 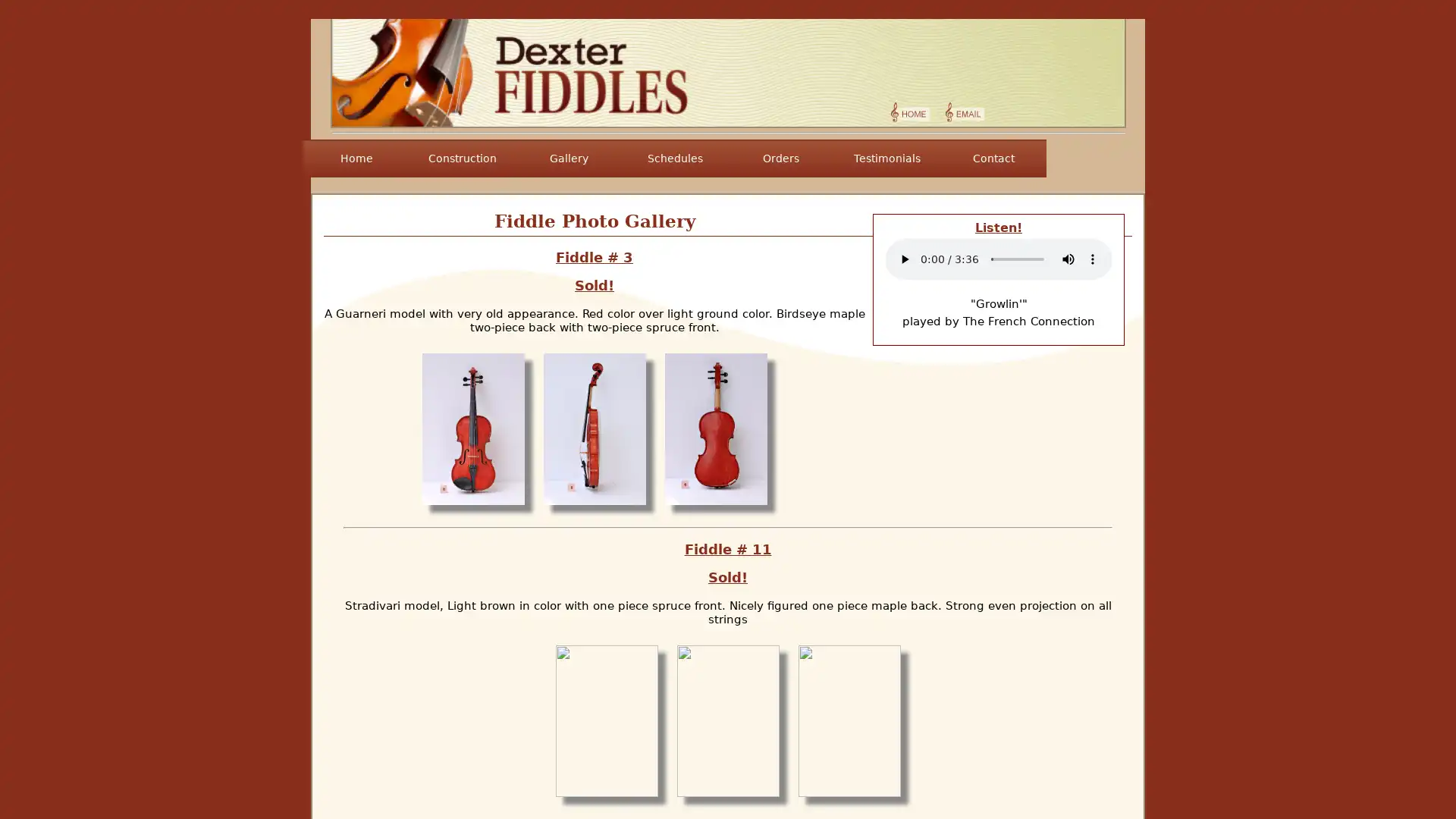 I want to click on mute, so click(x=1068, y=257).